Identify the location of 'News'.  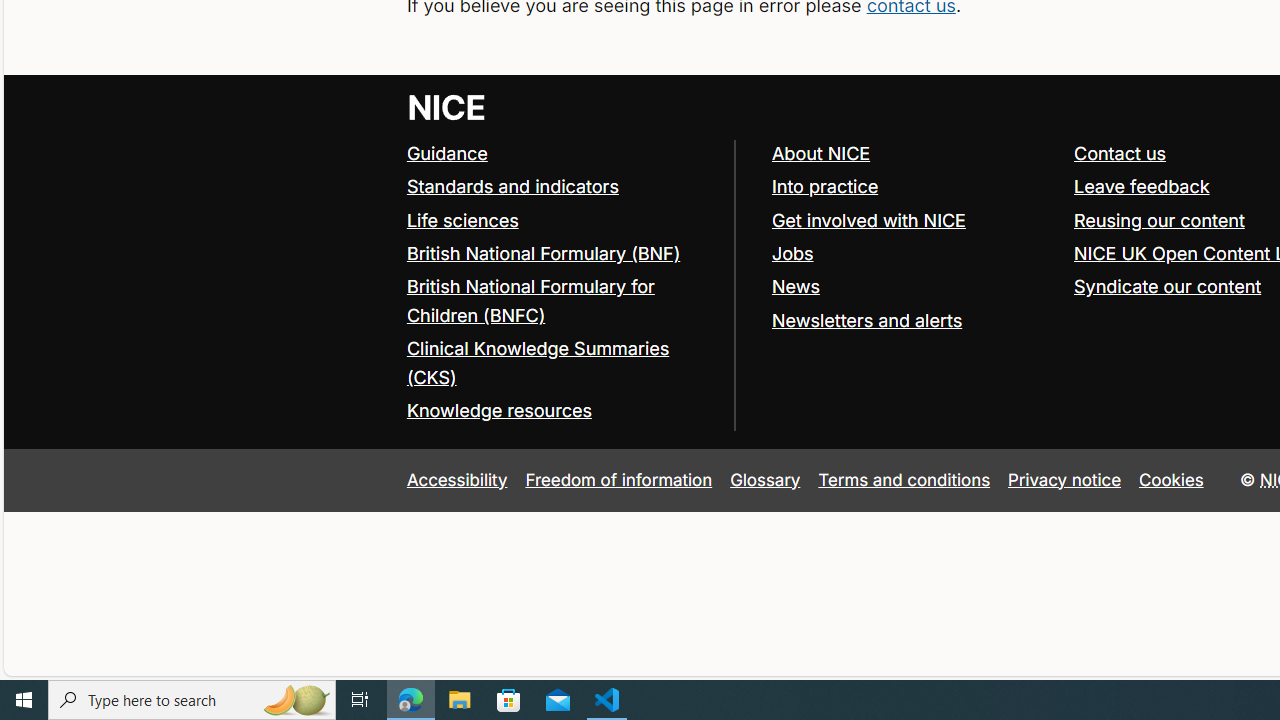
(912, 286).